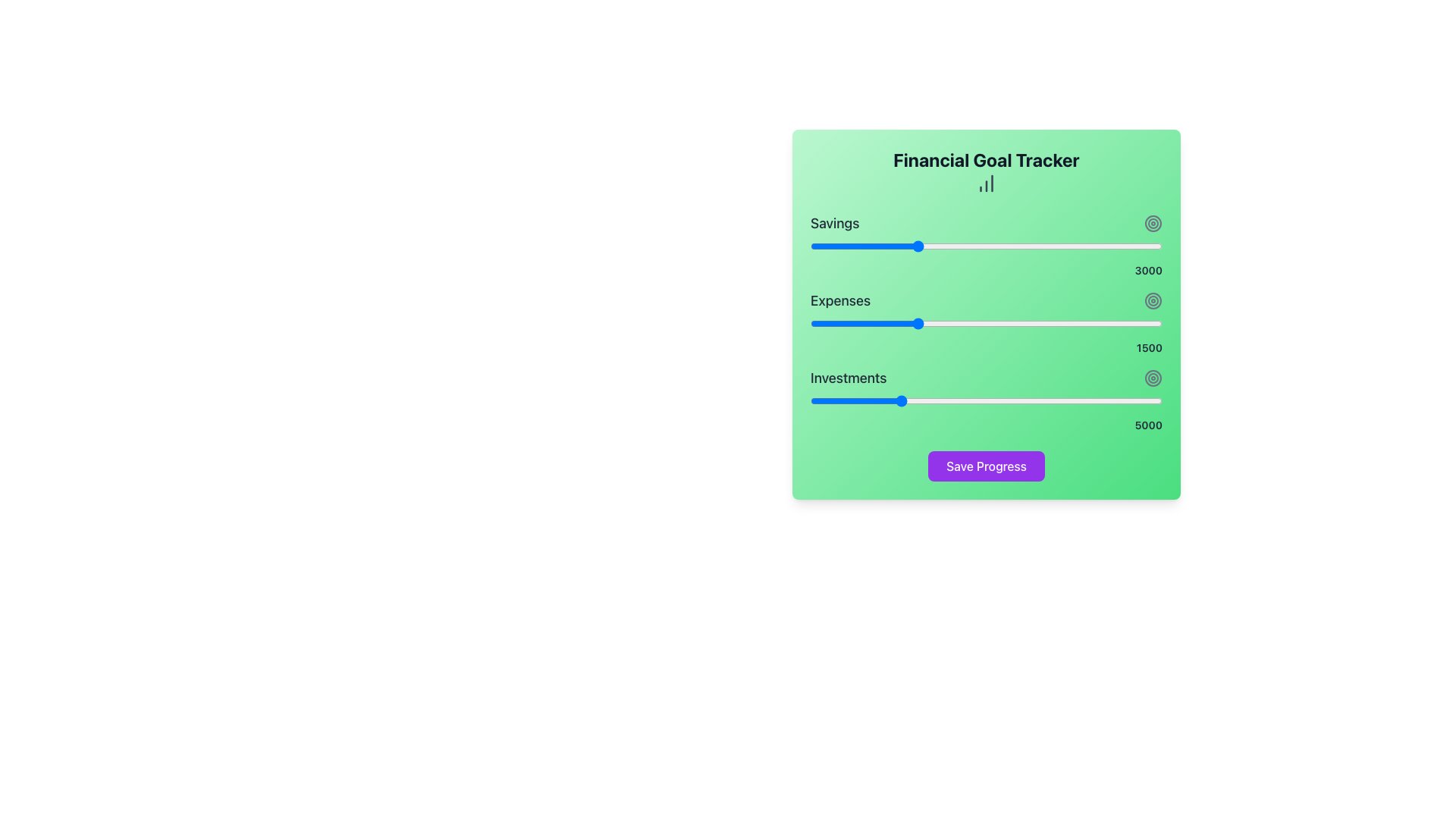  What do you see at coordinates (952, 245) in the screenshot?
I see `the savings value` at bounding box center [952, 245].